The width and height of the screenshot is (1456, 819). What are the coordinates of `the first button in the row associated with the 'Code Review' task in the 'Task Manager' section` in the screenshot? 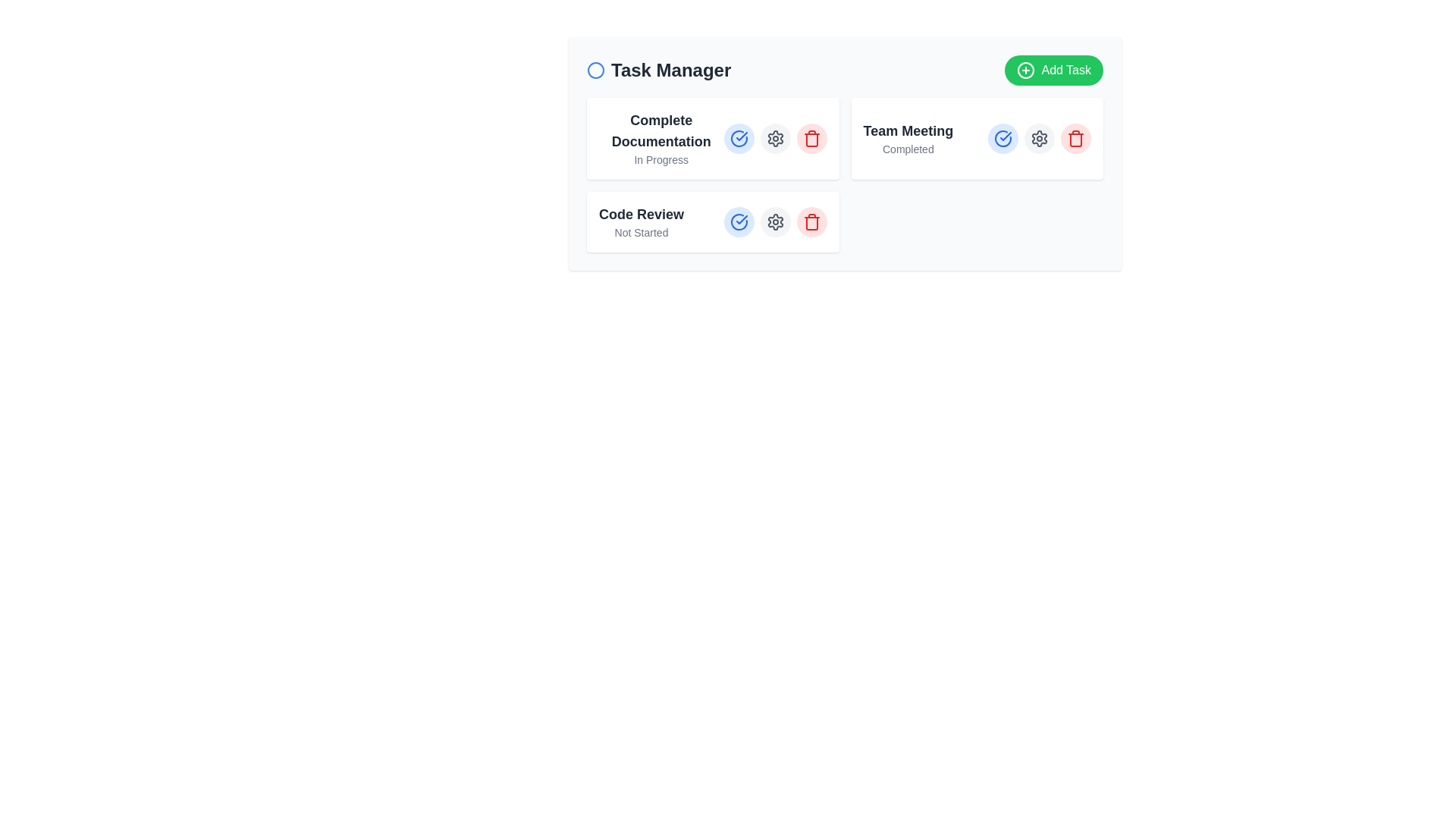 It's located at (739, 222).